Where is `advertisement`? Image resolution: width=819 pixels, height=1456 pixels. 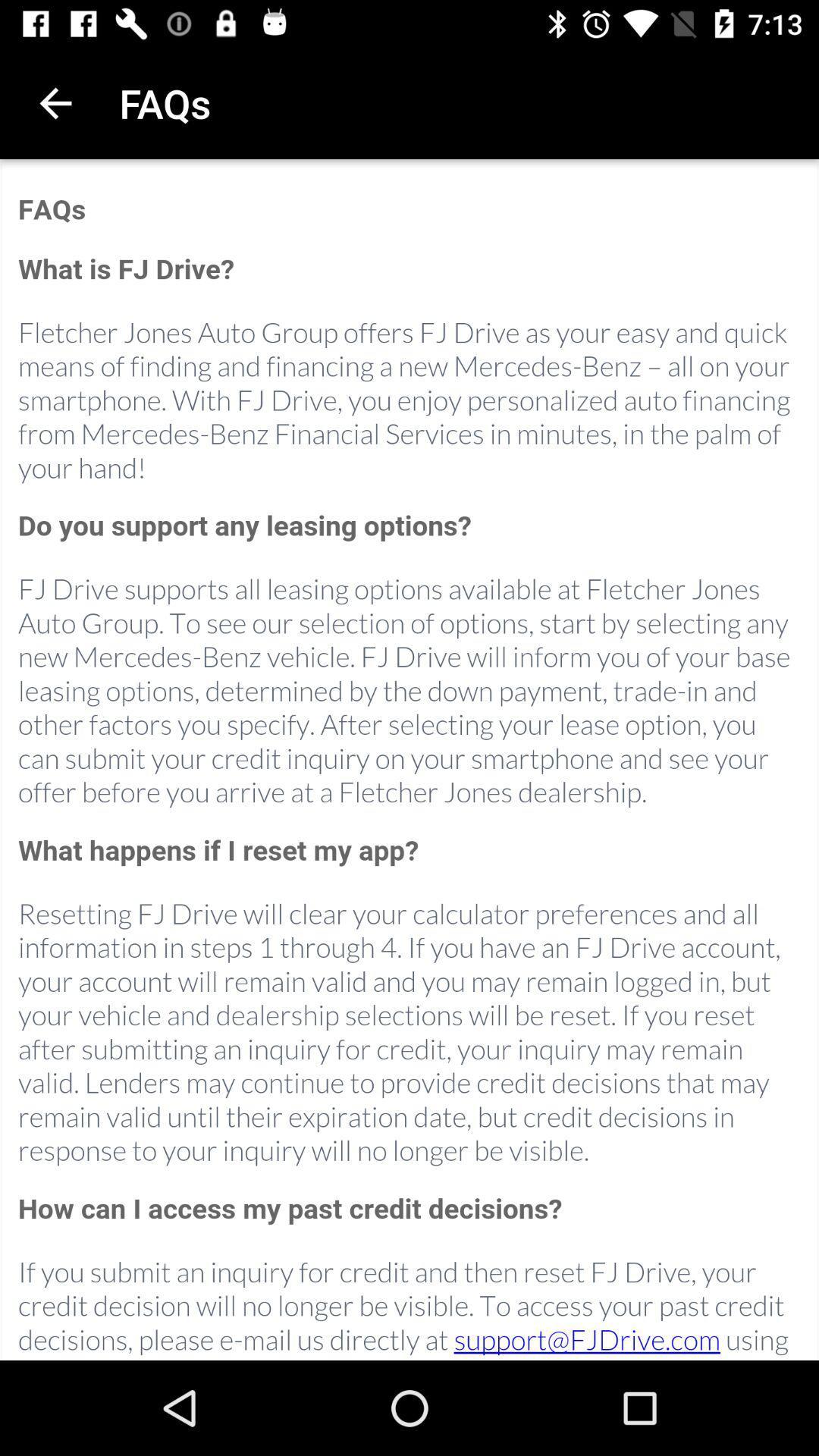 advertisement is located at coordinates (409, 761).